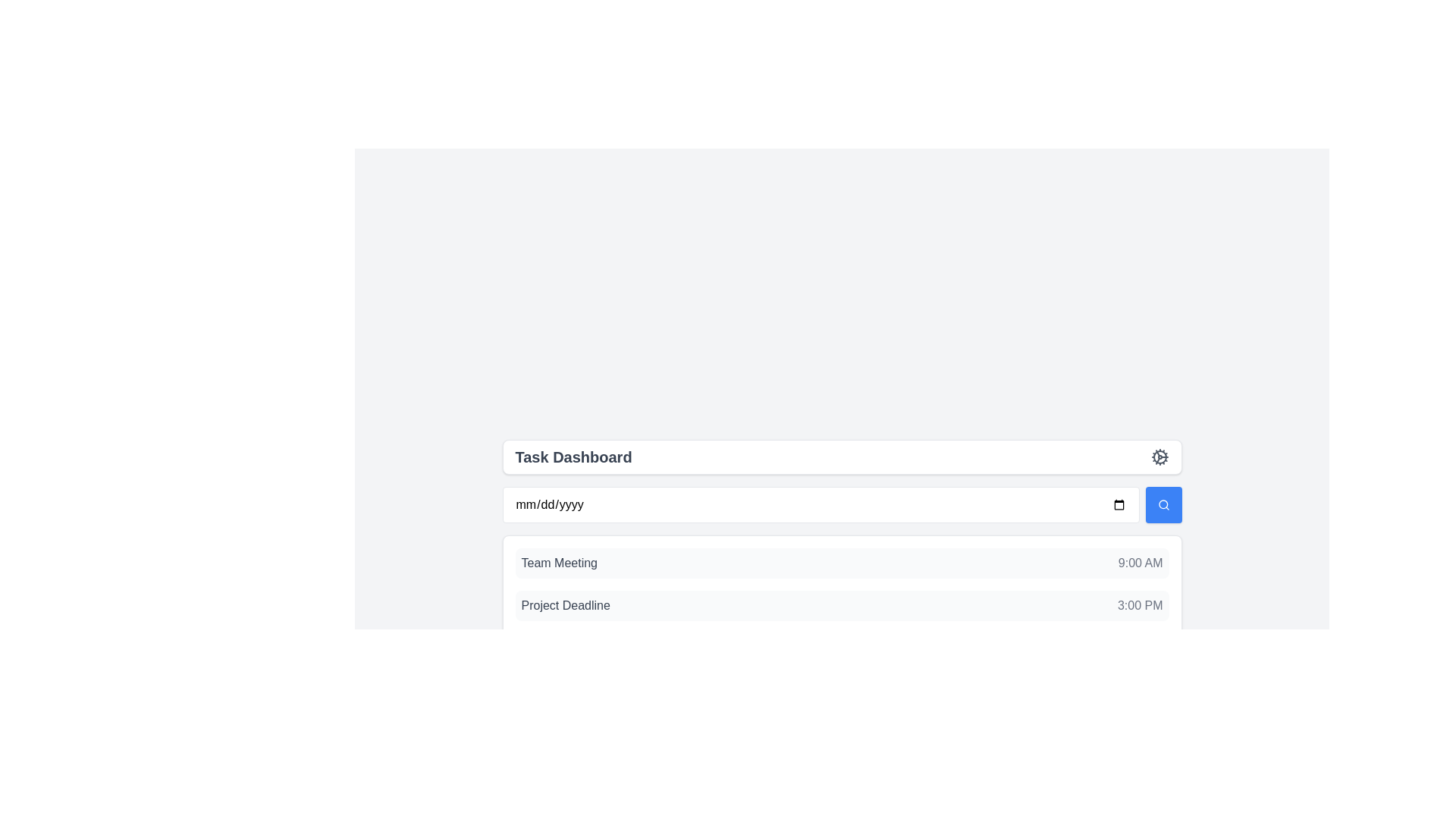 The height and width of the screenshot is (819, 1456). What do you see at coordinates (1159, 456) in the screenshot?
I see `the graphical component of the settings icon, which is a gear emblem located to the rightmost side of the main search input field` at bounding box center [1159, 456].